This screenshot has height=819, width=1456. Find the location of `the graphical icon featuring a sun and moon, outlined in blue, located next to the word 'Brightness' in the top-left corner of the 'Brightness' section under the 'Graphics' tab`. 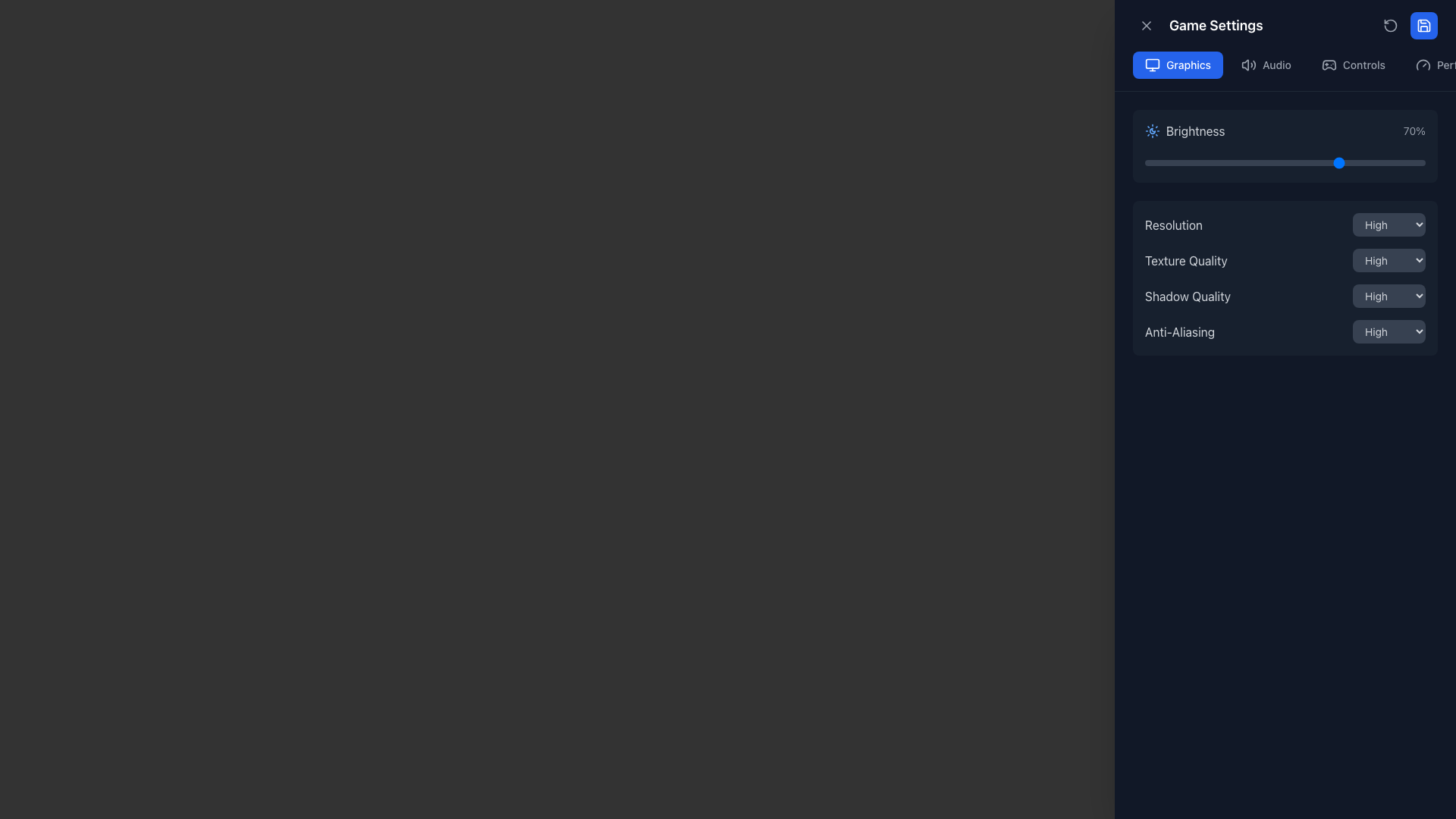

the graphical icon featuring a sun and moon, outlined in blue, located next to the word 'Brightness' in the top-left corner of the 'Brightness' section under the 'Graphics' tab is located at coordinates (1153, 130).